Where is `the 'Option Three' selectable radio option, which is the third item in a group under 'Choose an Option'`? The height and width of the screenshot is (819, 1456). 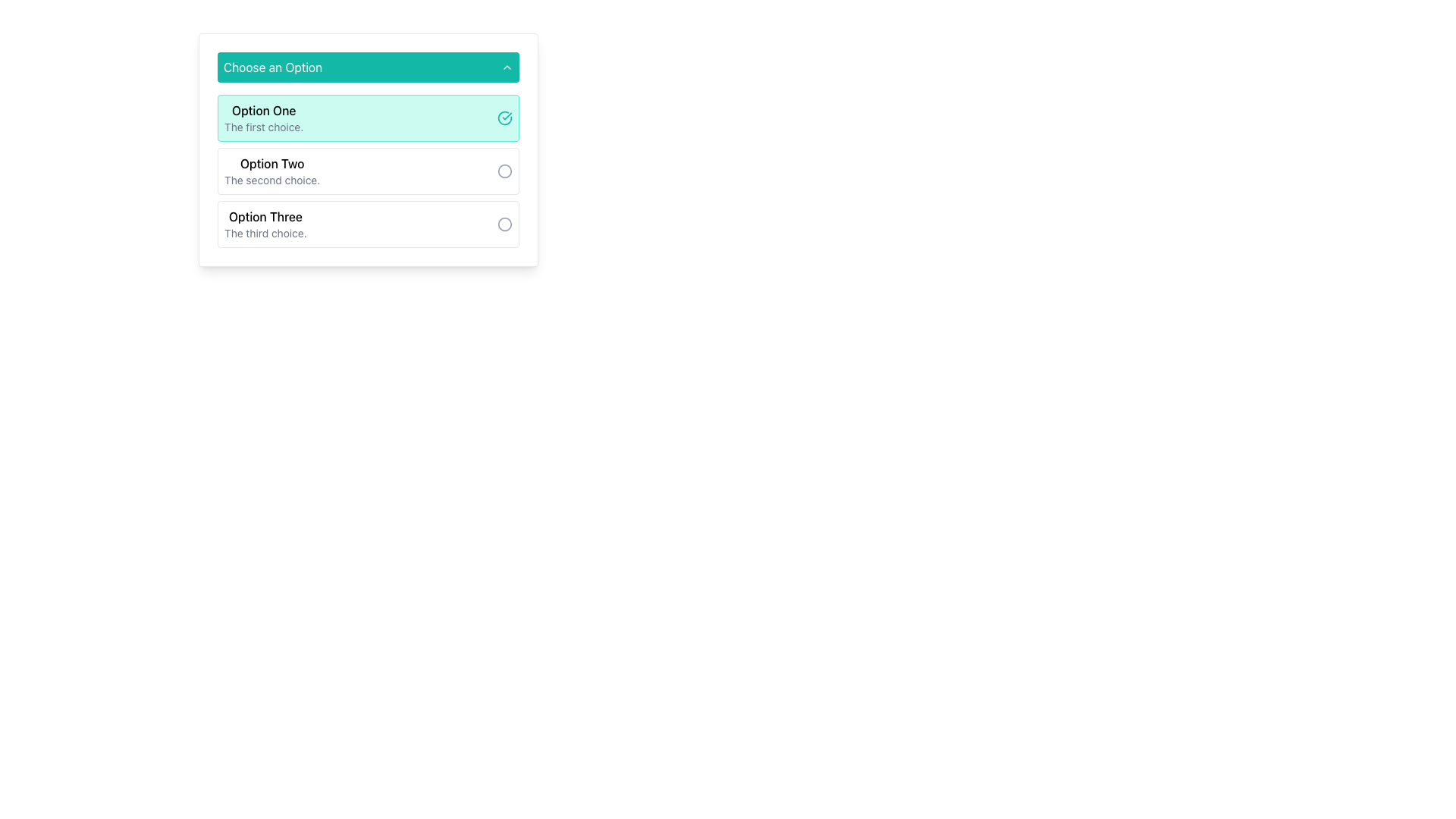
the 'Option Three' selectable radio option, which is the third item in a group under 'Choose an Option' is located at coordinates (368, 224).